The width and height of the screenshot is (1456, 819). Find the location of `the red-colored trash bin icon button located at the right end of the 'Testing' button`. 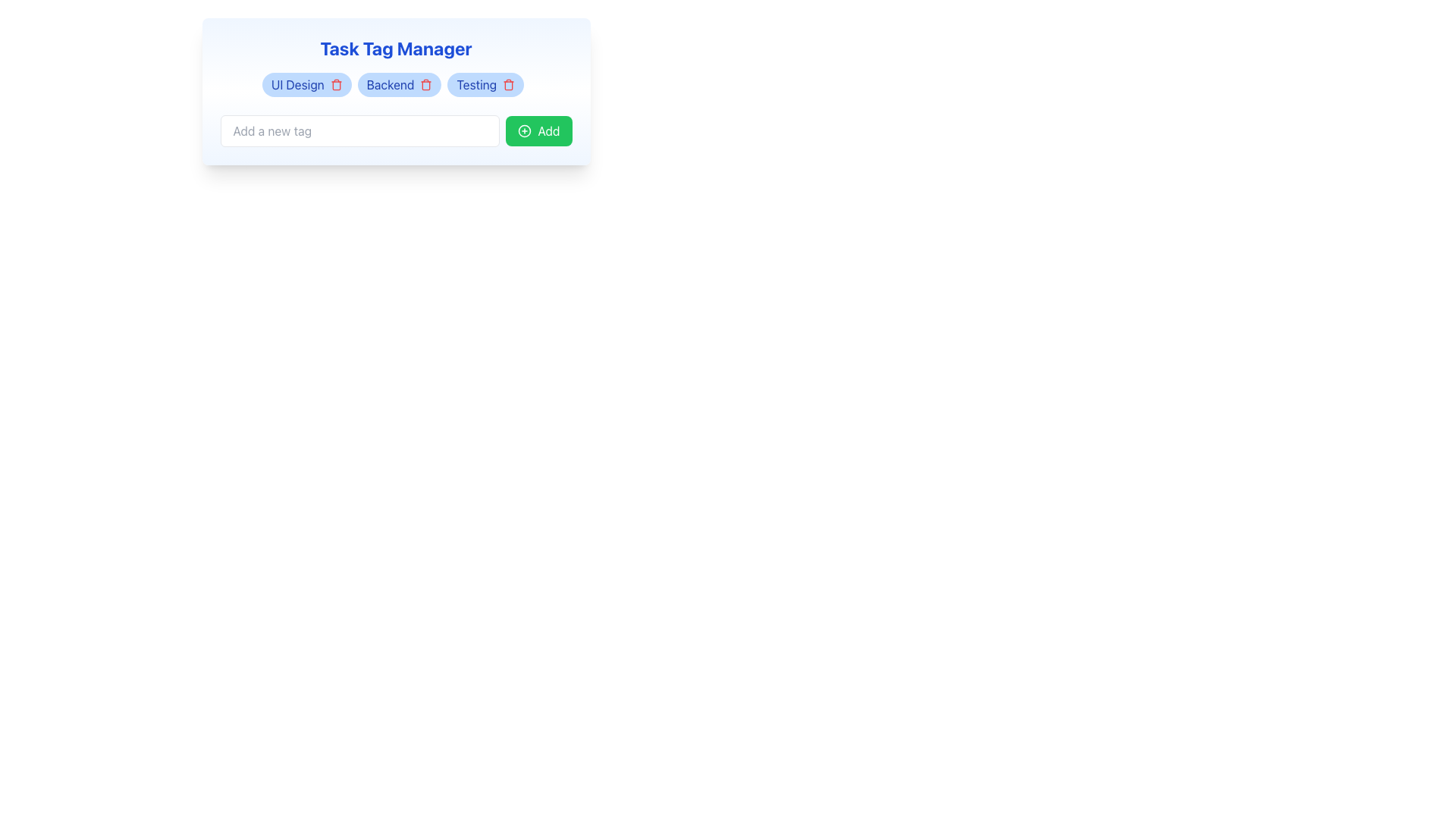

the red-colored trash bin icon button located at the right end of the 'Testing' button is located at coordinates (509, 84).